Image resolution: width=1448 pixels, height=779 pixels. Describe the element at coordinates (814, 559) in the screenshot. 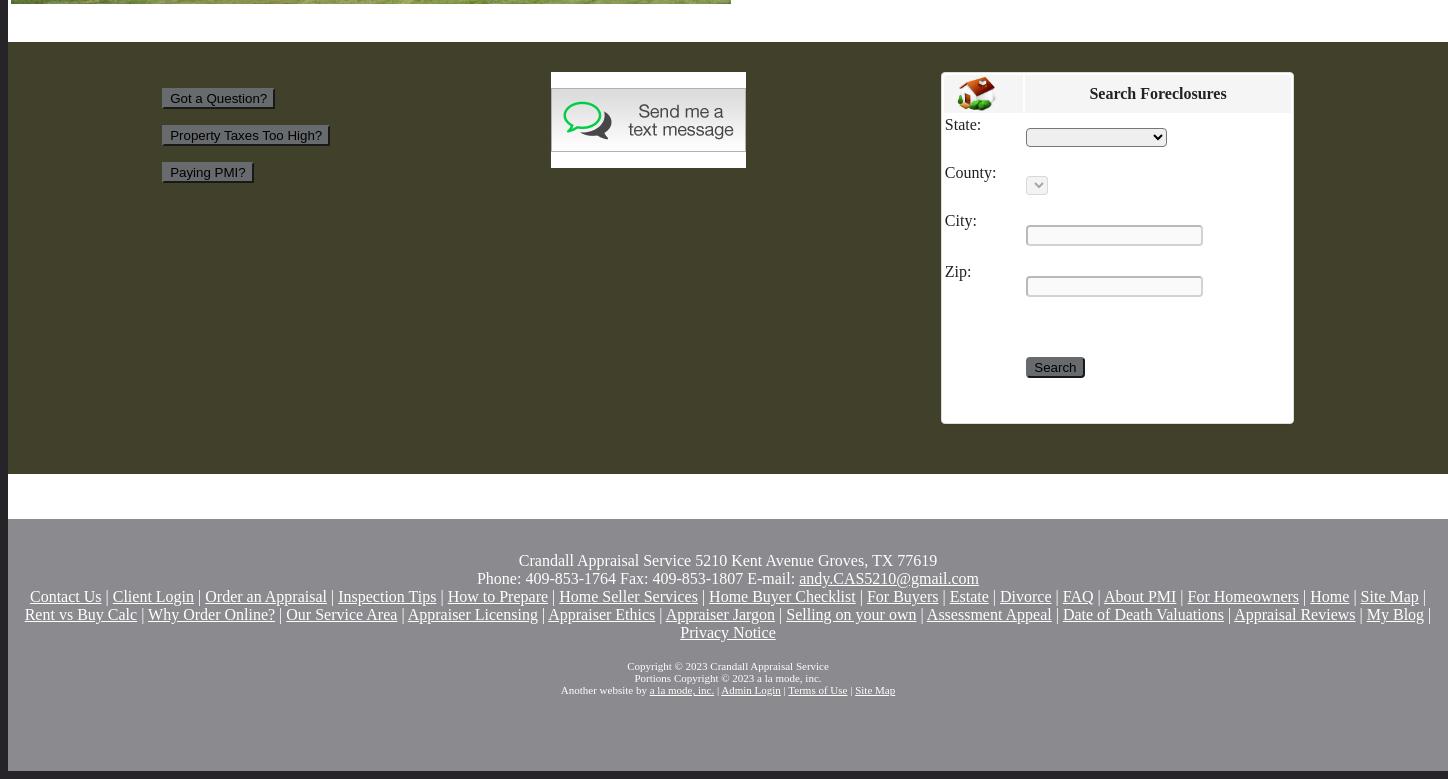

I see `'5210 Kent Avenue  Groves, TX 77619'` at that location.